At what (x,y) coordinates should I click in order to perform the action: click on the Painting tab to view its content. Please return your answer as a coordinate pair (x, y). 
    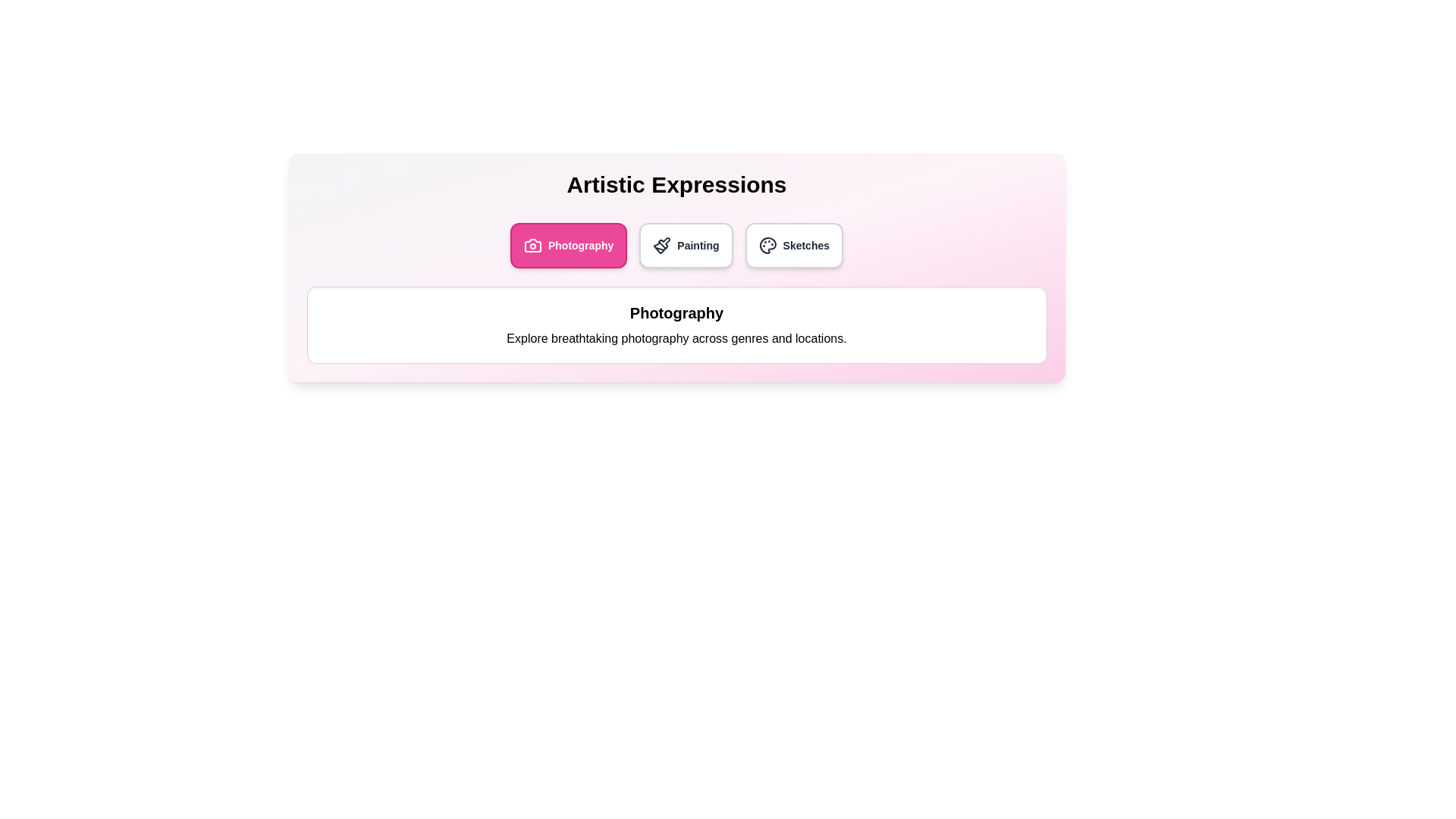
    Looking at the image, I should click on (685, 245).